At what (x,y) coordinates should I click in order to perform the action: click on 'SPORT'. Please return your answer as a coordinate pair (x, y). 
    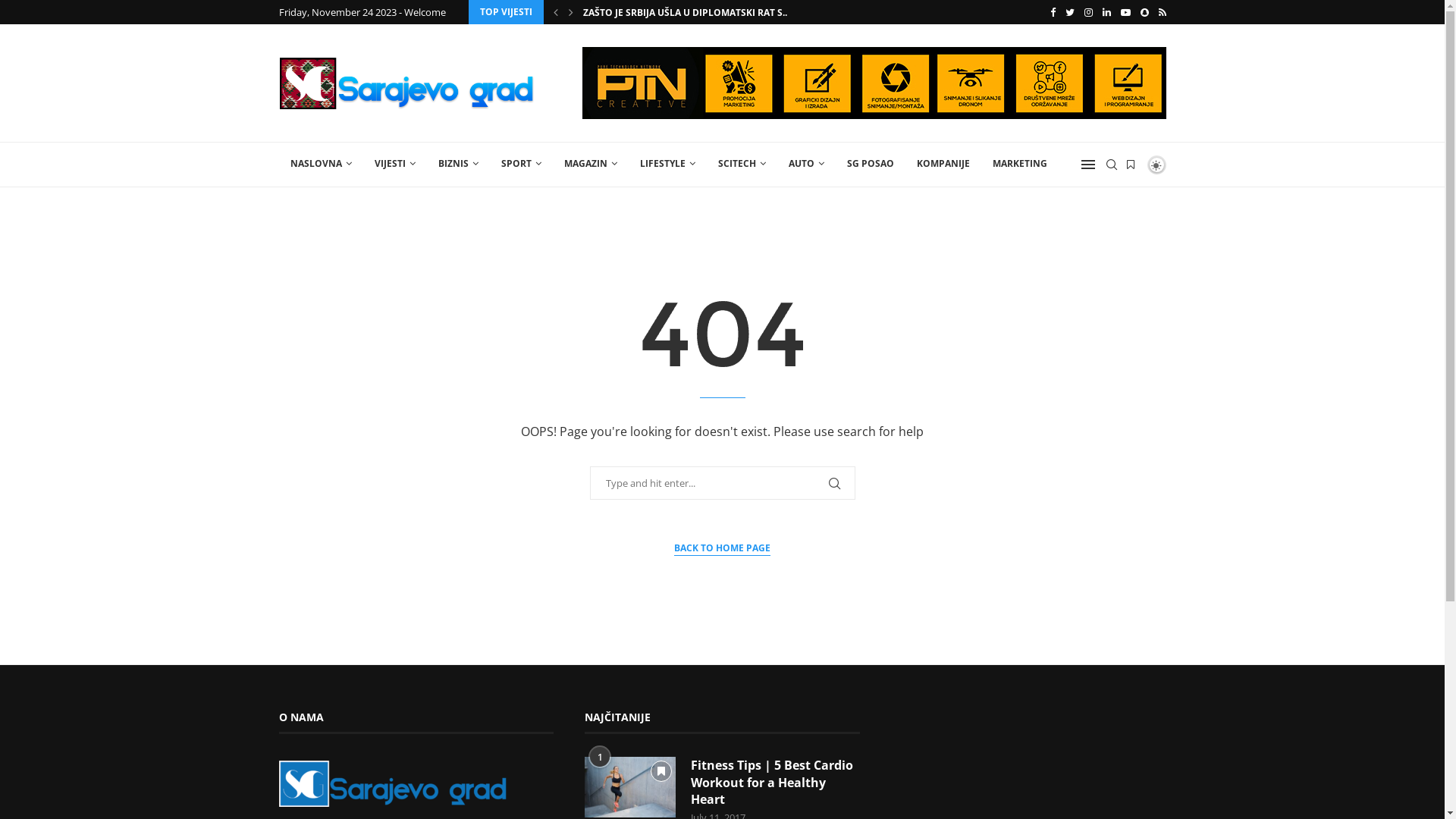
    Looking at the image, I should click on (490, 164).